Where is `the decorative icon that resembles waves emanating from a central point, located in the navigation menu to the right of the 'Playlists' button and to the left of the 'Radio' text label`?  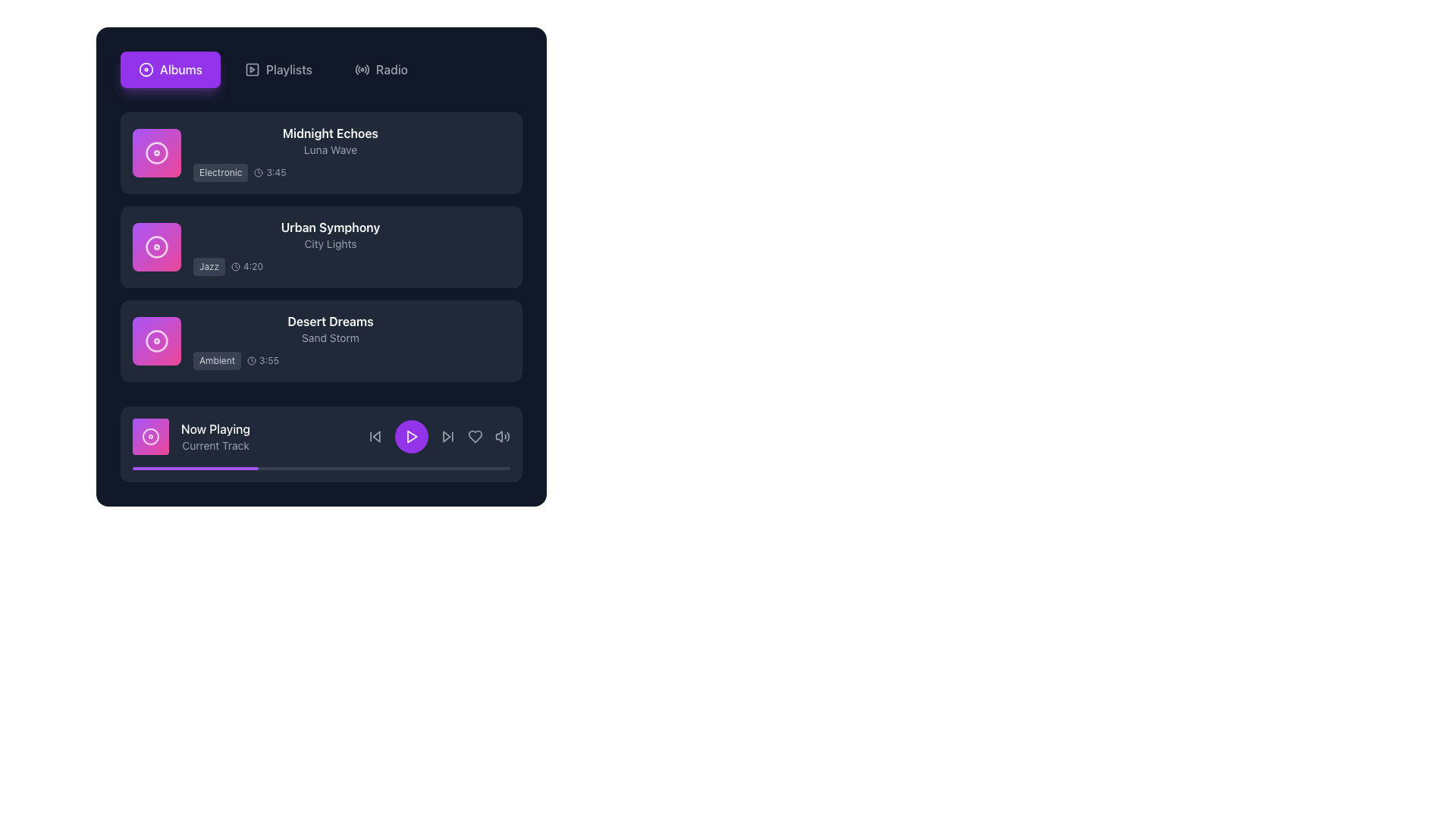 the decorative icon that resembles waves emanating from a central point, located in the navigation menu to the right of the 'Playlists' button and to the left of the 'Radio' text label is located at coordinates (362, 70).